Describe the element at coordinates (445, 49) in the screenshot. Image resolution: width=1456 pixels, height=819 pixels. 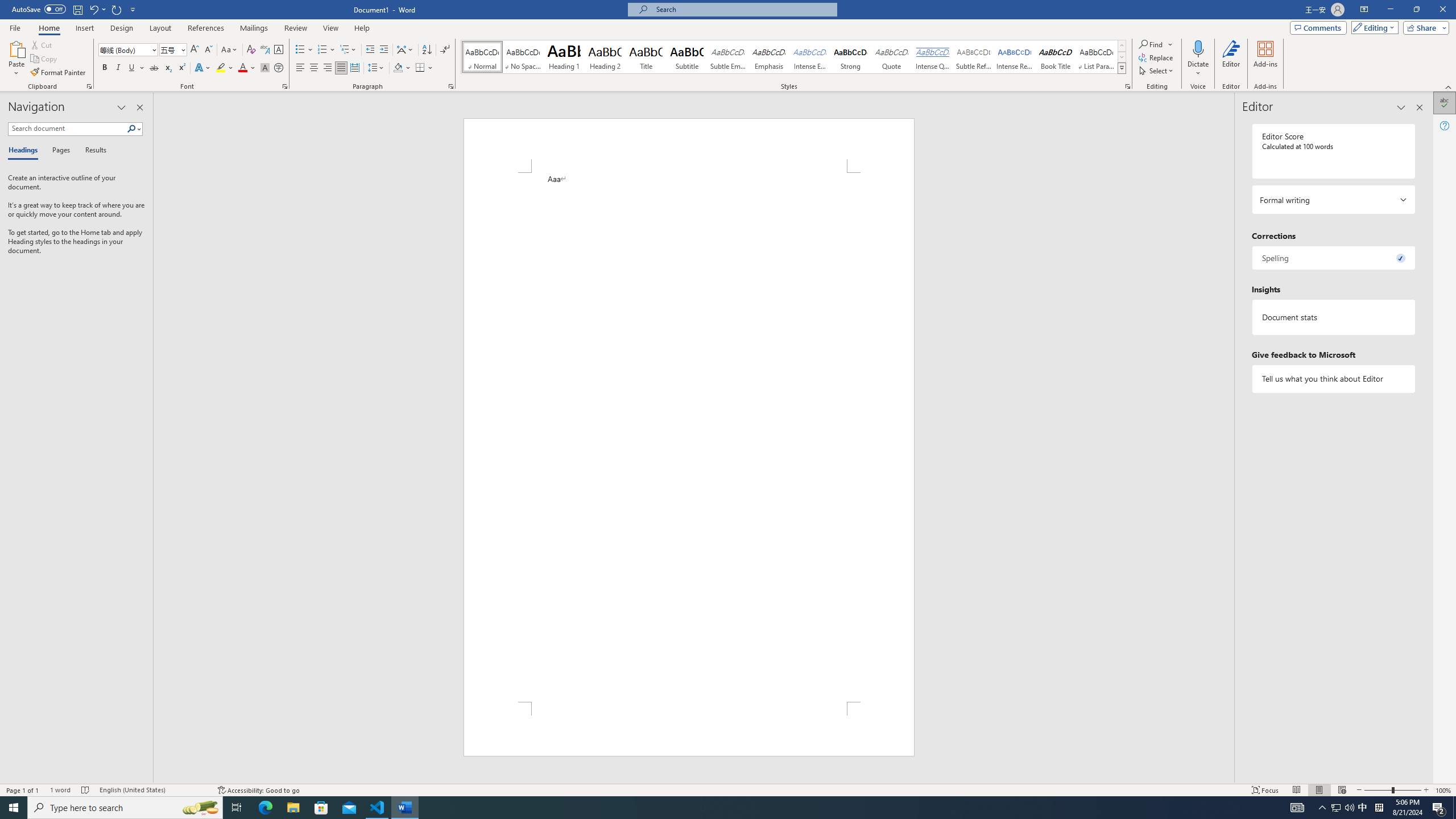
I see `'Show/Hide Editing Marks'` at that location.